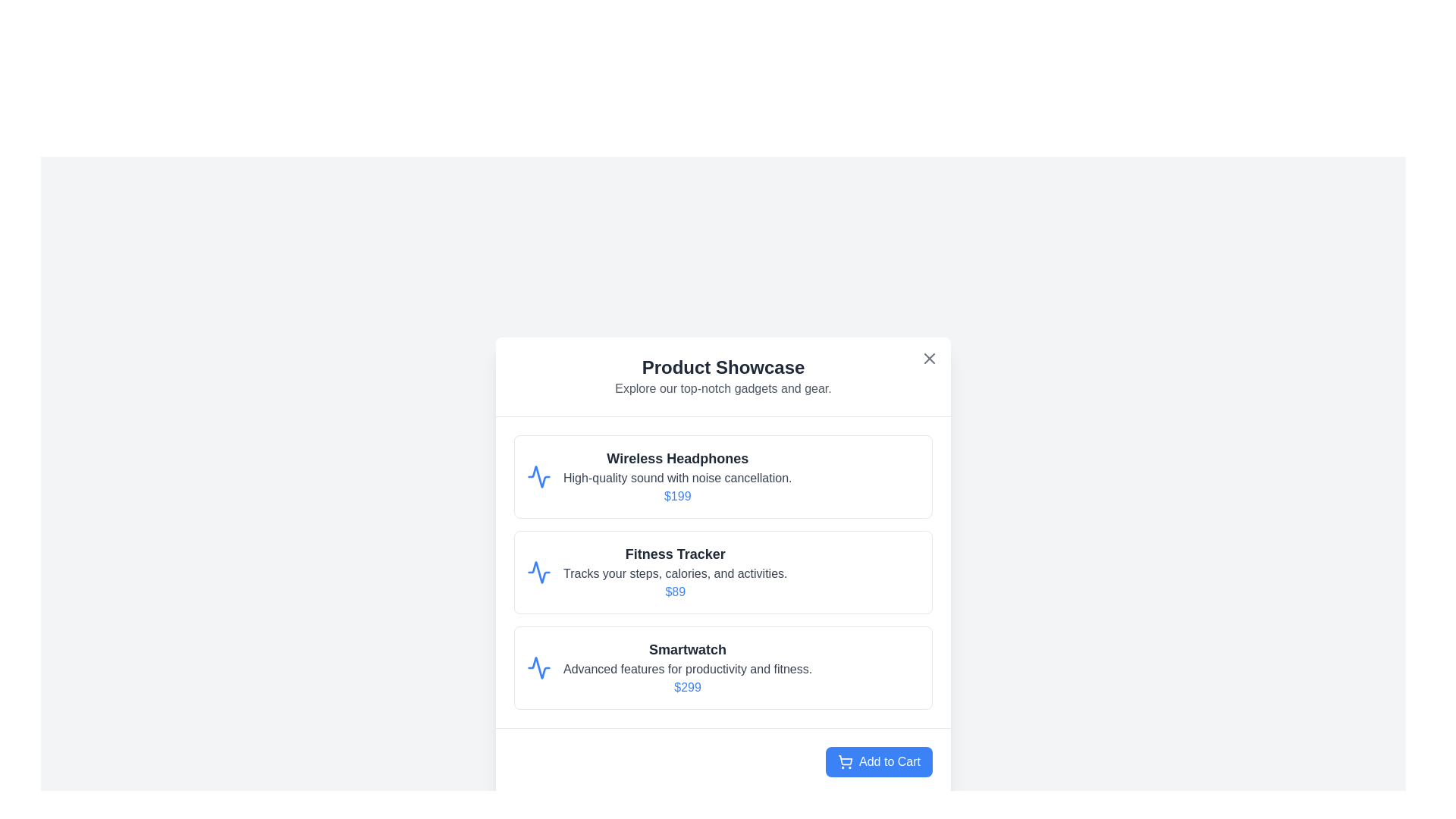 The height and width of the screenshot is (819, 1456). What do you see at coordinates (928, 359) in the screenshot?
I see `the 'X' close button located in the top-right corner of the white rounded rectangular modal` at bounding box center [928, 359].